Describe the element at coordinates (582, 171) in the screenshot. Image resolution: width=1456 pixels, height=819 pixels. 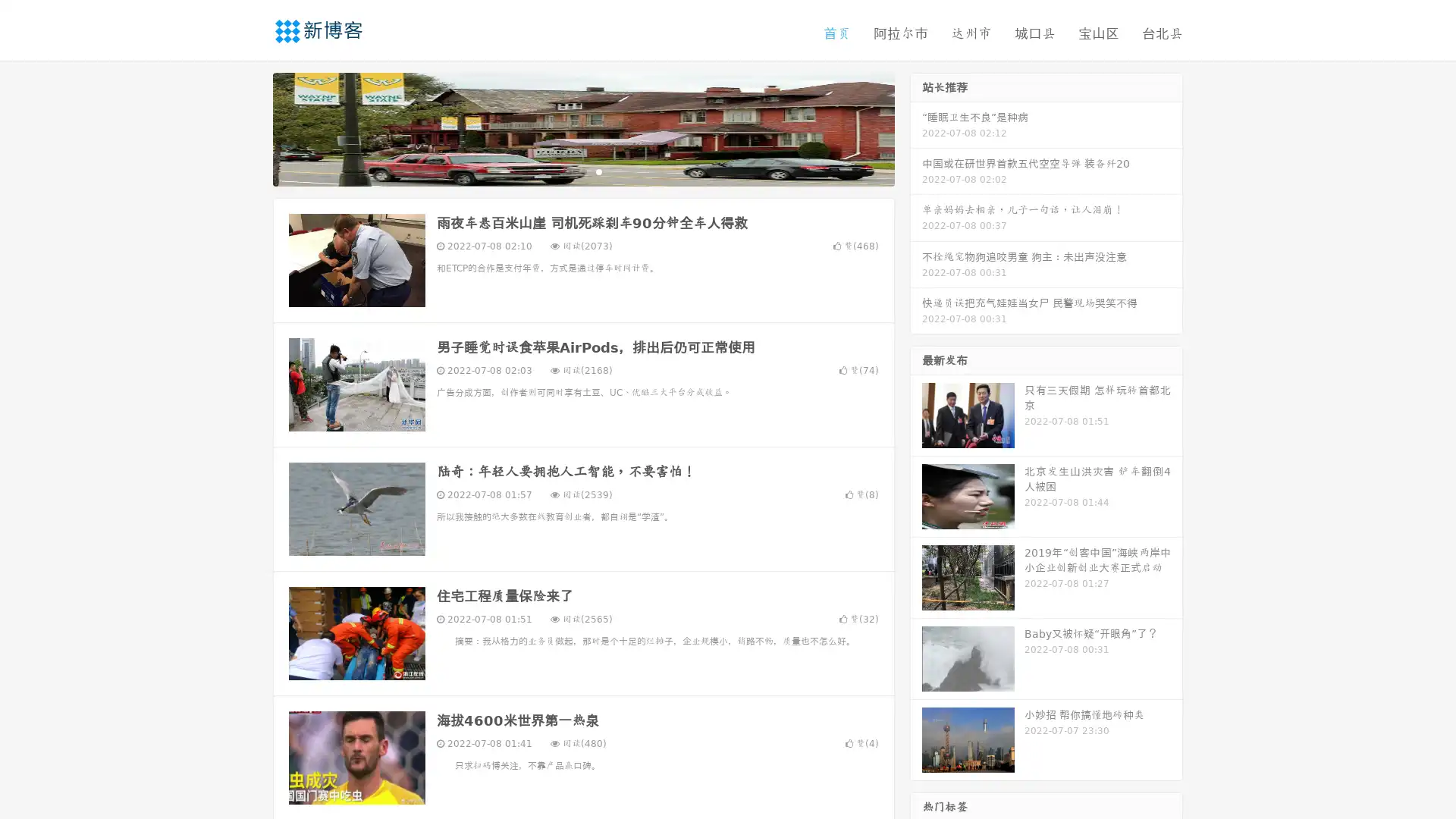
I see `Go to slide 2` at that location.